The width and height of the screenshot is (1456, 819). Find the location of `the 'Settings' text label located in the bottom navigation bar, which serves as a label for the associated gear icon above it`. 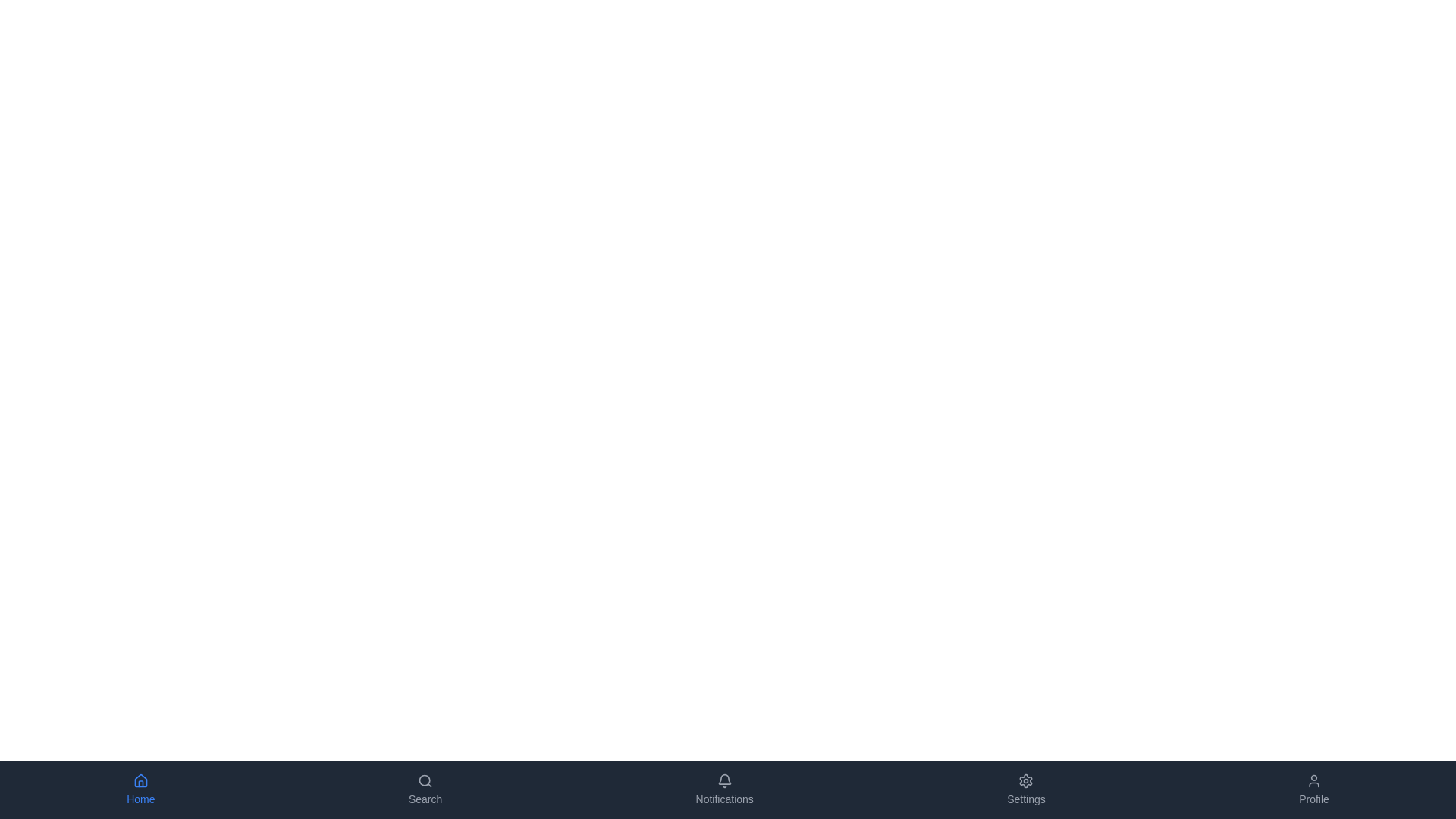

the 'Settings' text label located in the bottom navigation bar, which serves as a label for the associated gear icon above it is located at coordinates (1026, 798).